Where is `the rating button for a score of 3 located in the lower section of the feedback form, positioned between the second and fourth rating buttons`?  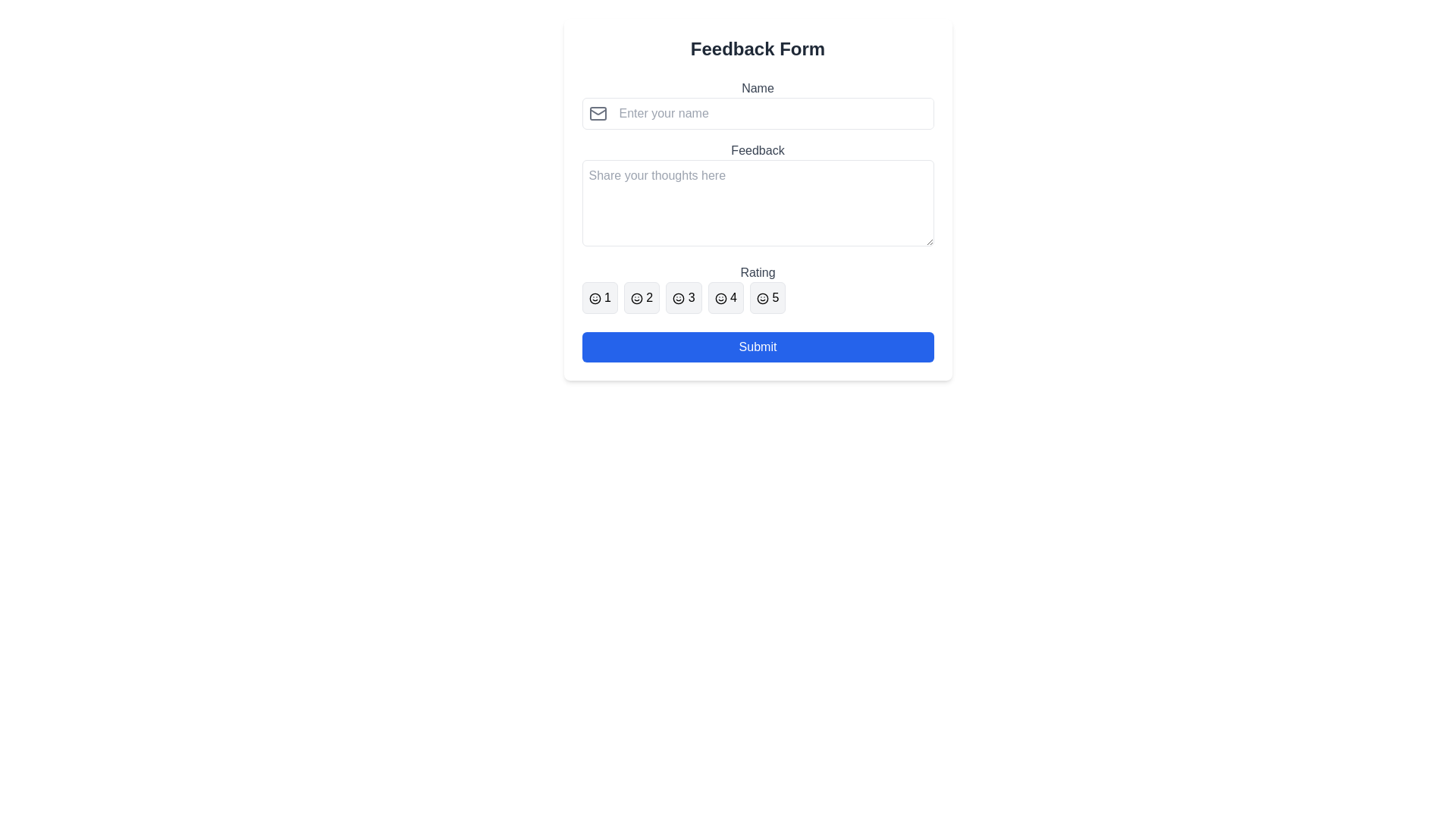 the rating button for a score of 3 located in the lower section of the feedback form, positioned between the second and fourth rating buttons is located at coordinates (682, 298).